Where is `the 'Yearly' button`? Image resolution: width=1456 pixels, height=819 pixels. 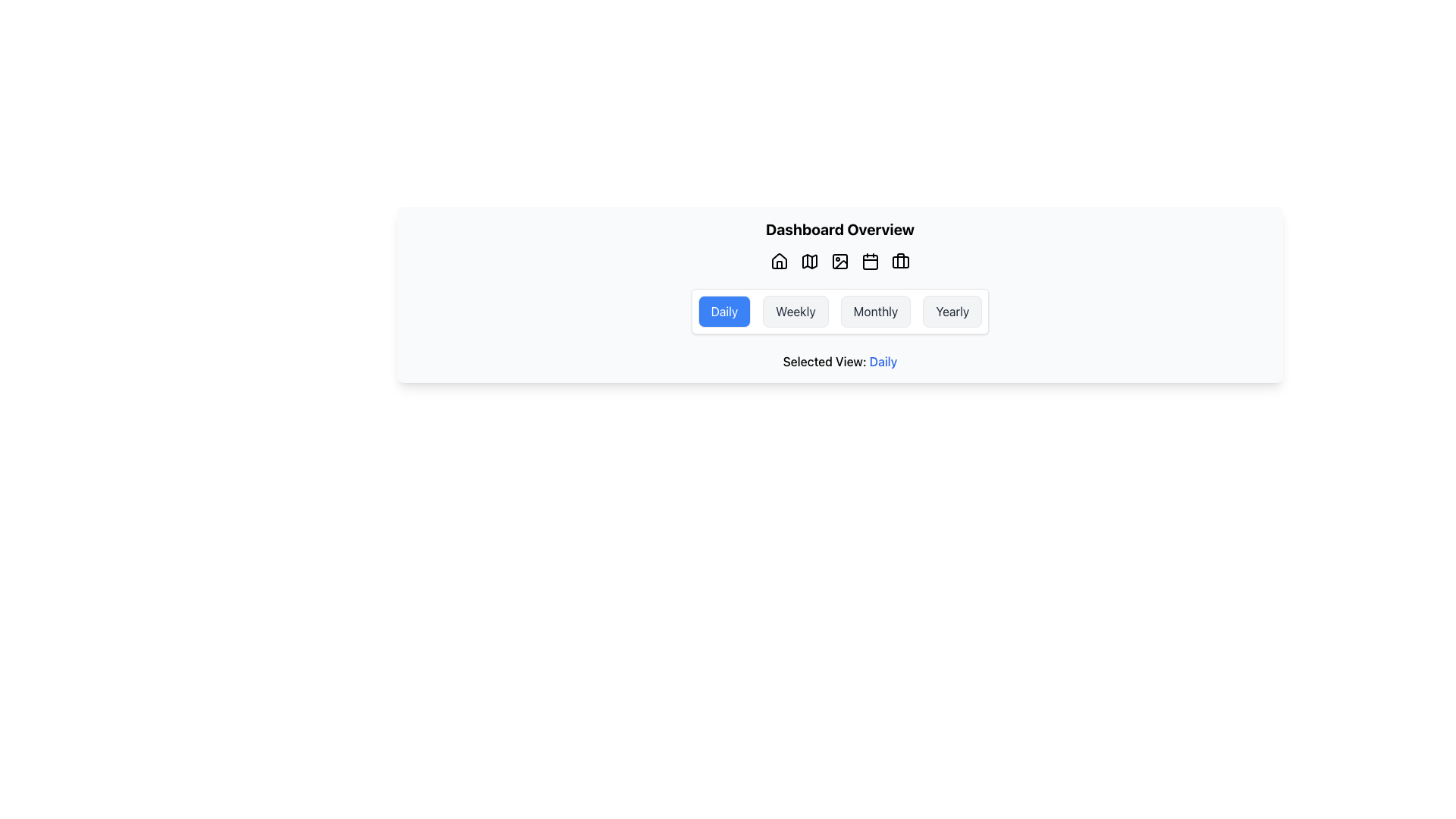 the 'Yearly' button is located at coordinates (952, 311).